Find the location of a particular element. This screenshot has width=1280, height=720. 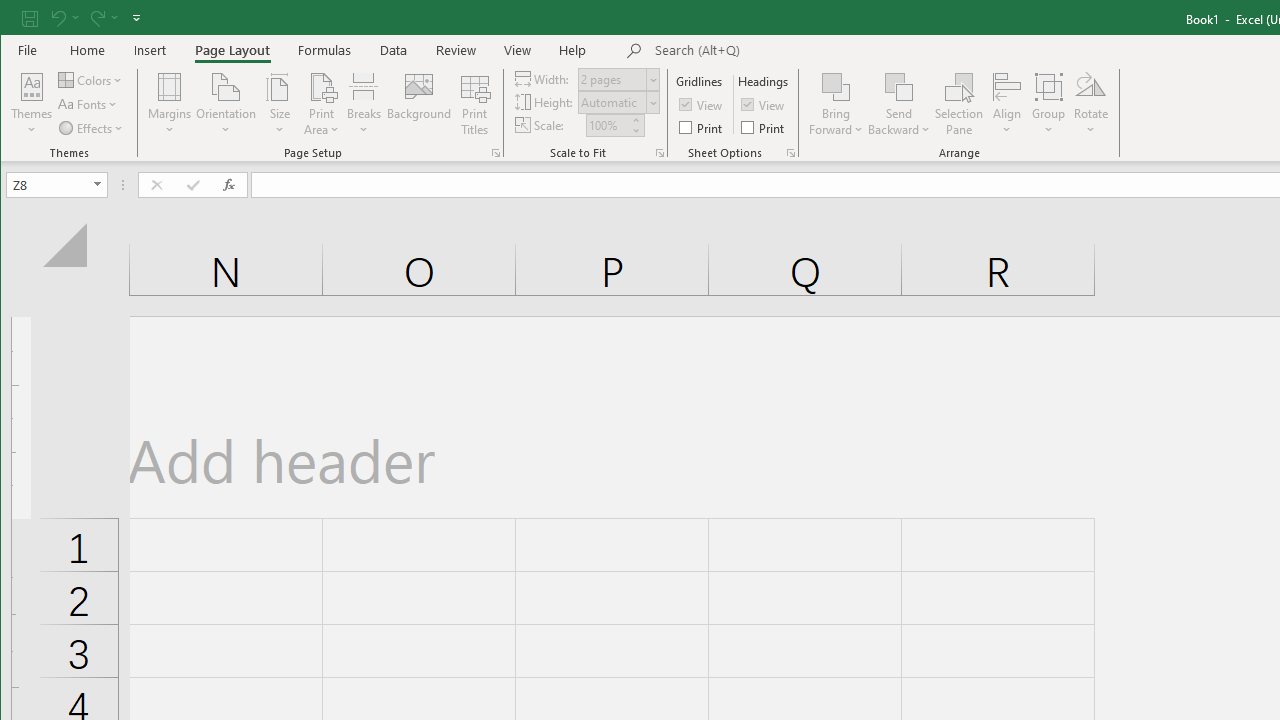

'Selection Pane...' is located at coordinates (958, 104).